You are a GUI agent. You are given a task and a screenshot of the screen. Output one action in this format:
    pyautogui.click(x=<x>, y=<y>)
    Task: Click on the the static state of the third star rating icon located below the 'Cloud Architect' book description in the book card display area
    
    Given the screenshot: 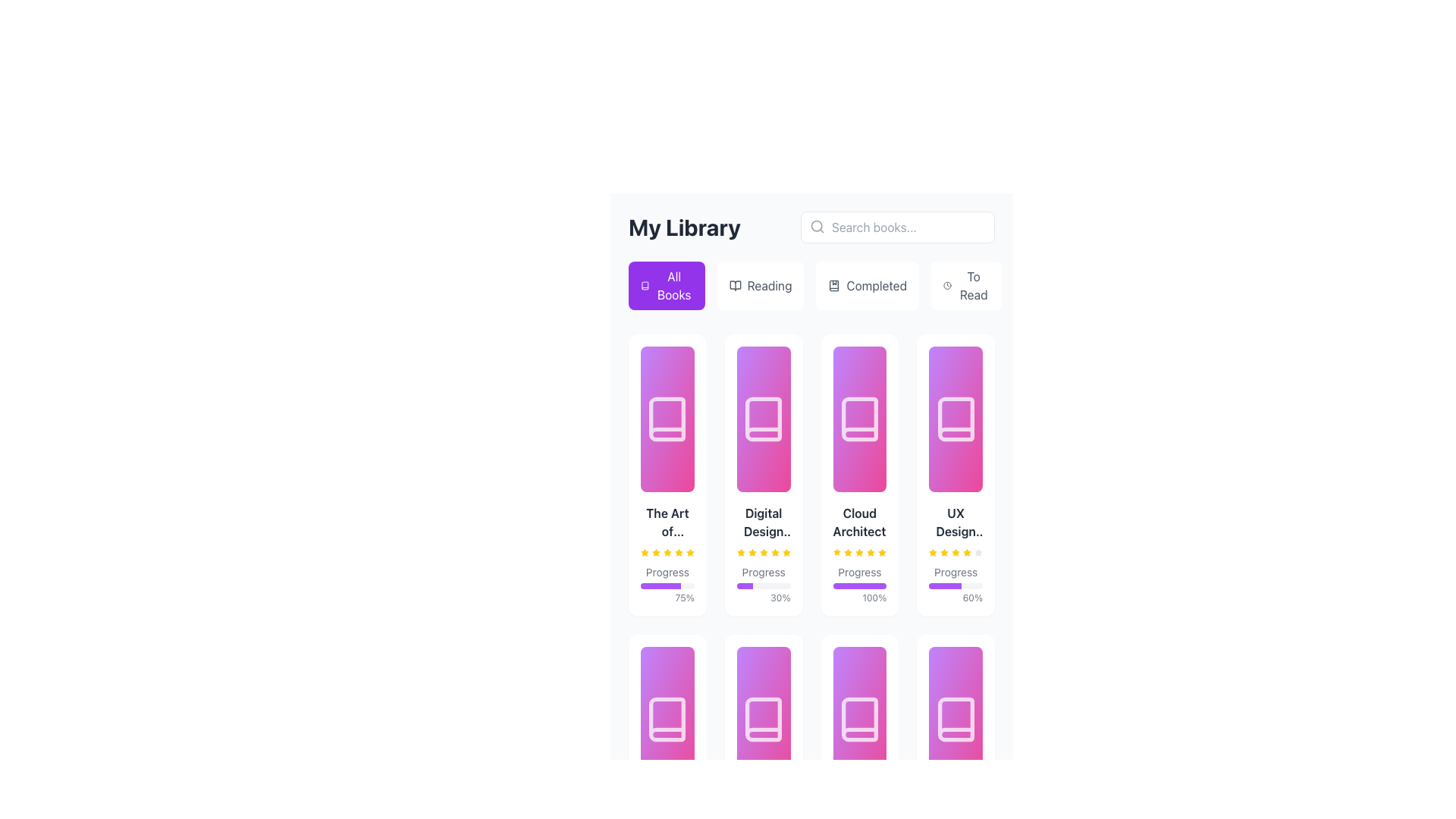 What is the action you would take?
    pyautogui.click(x=836, y=552)
    